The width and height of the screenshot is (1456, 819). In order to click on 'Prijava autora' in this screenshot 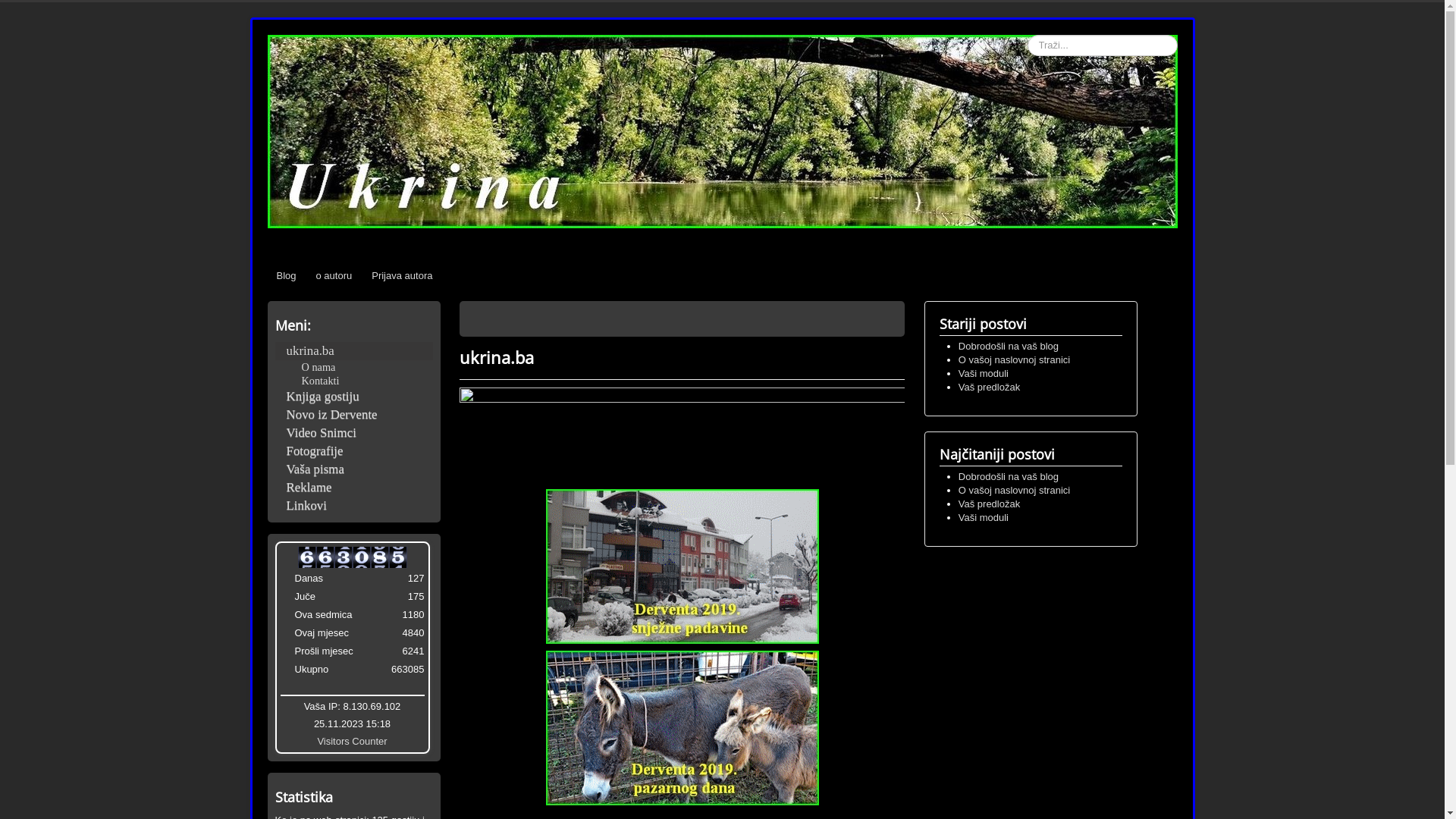, I will do `click(401, 275)`.